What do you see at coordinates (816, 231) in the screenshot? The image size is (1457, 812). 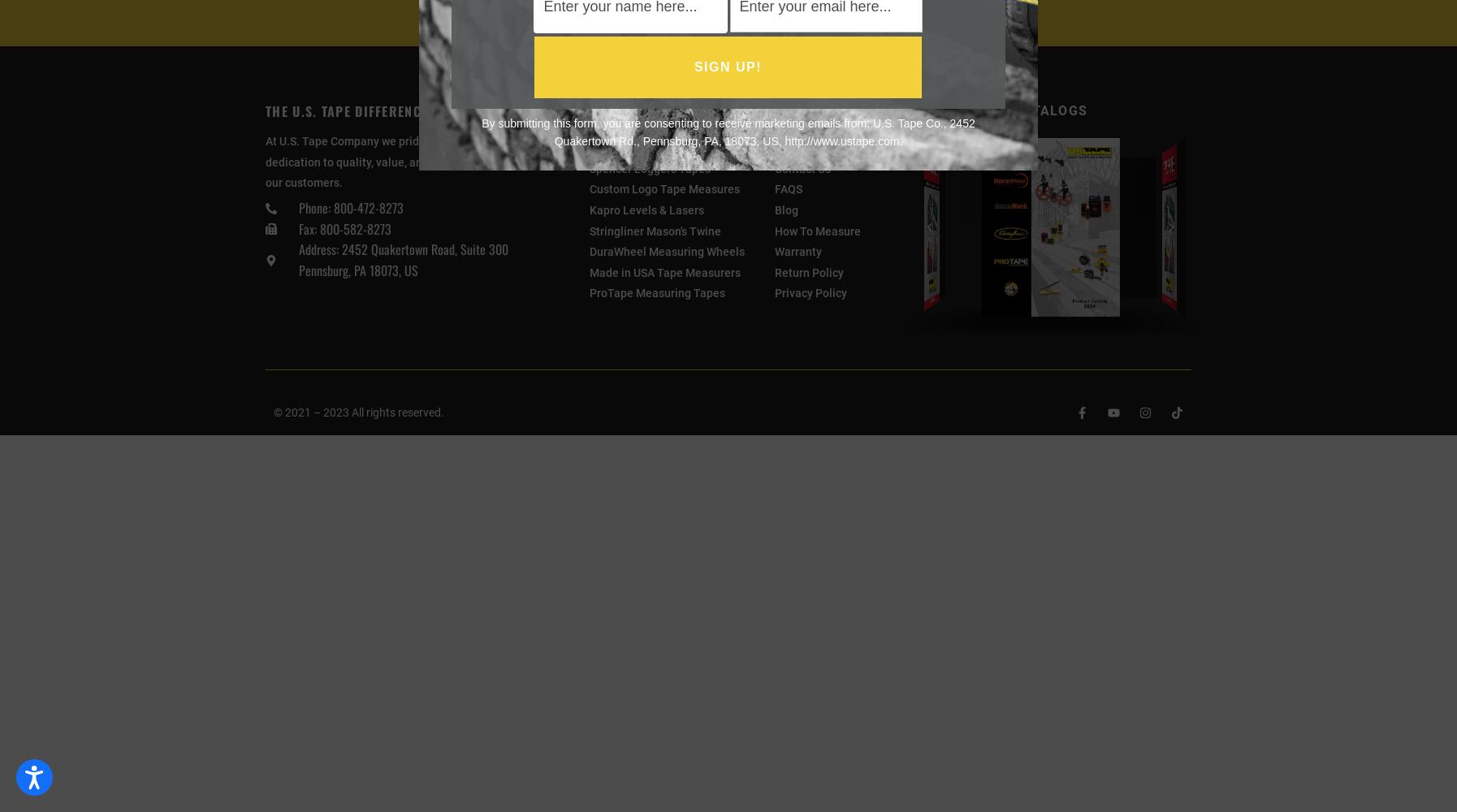 I see `'How To Measure'` at bounding box center [816, 231].